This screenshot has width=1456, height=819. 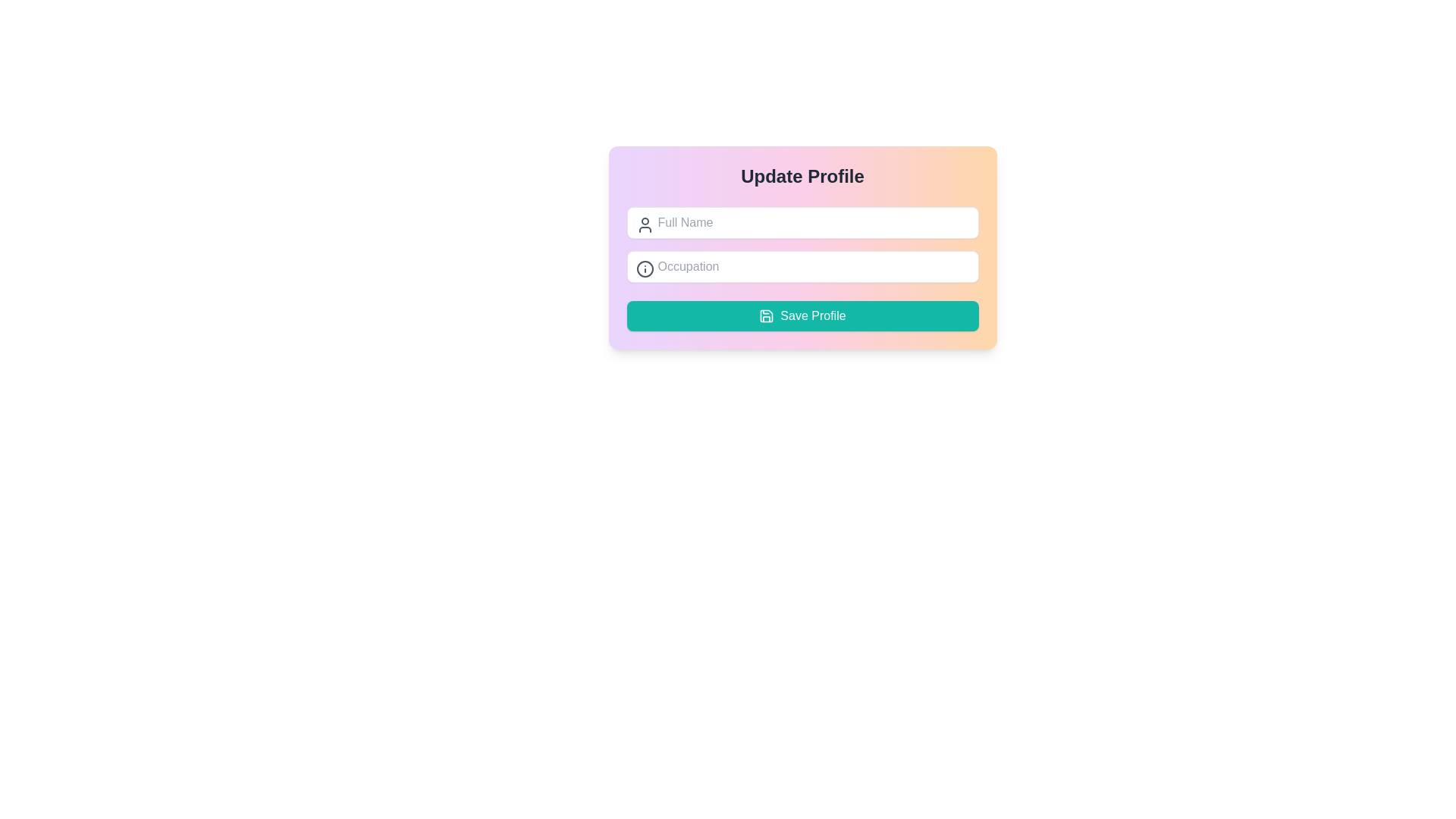 I want to click on the centered text label reading 'Update Profile' which features a bold font style and large size on a gradient background, so click(x=802, y=175).